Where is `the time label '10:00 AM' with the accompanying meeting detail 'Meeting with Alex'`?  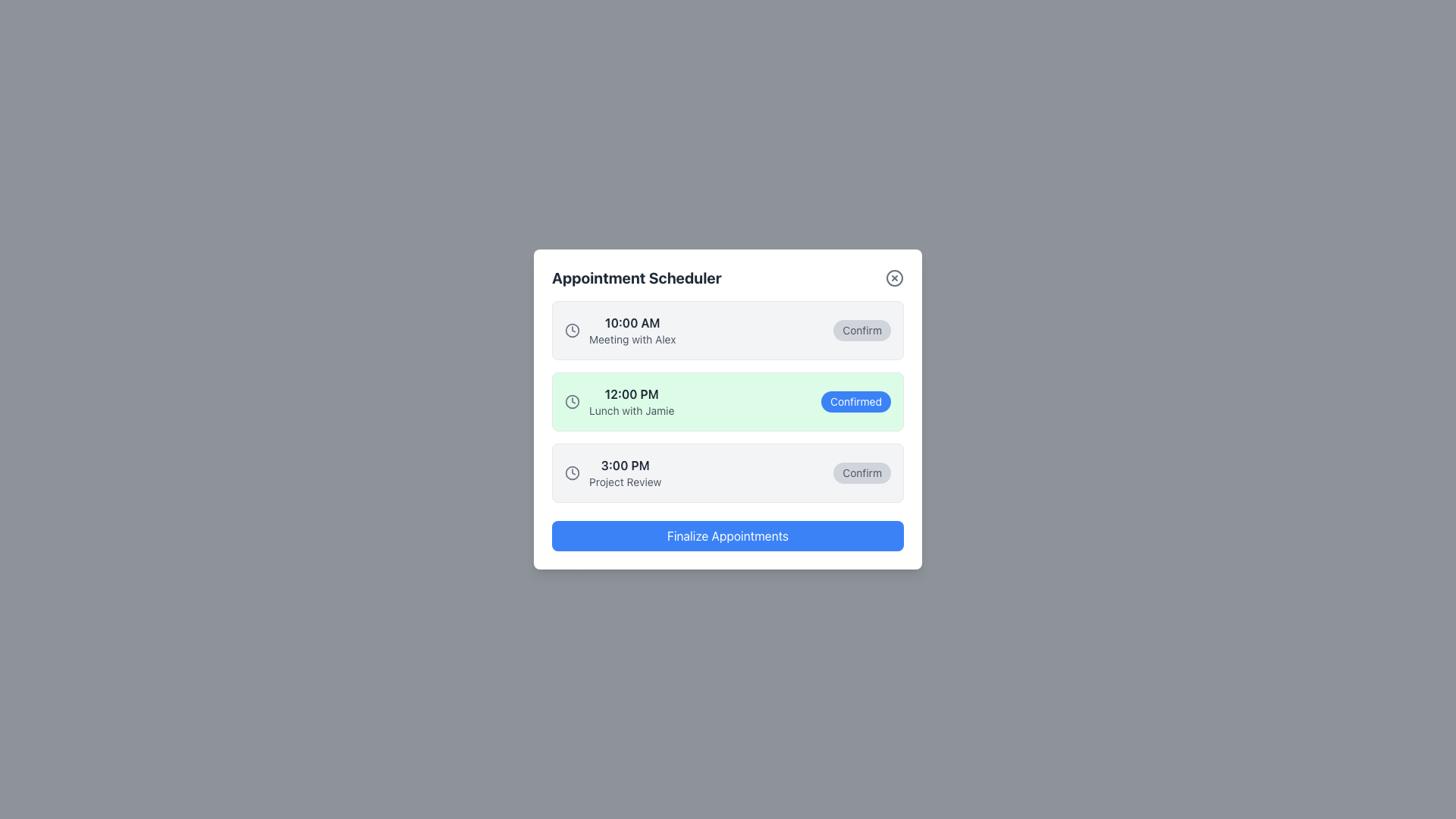
the time label '10:00 AM' with the accompanying meeting detail 'Meeting with Alex' is located at coordinates (620, 329).